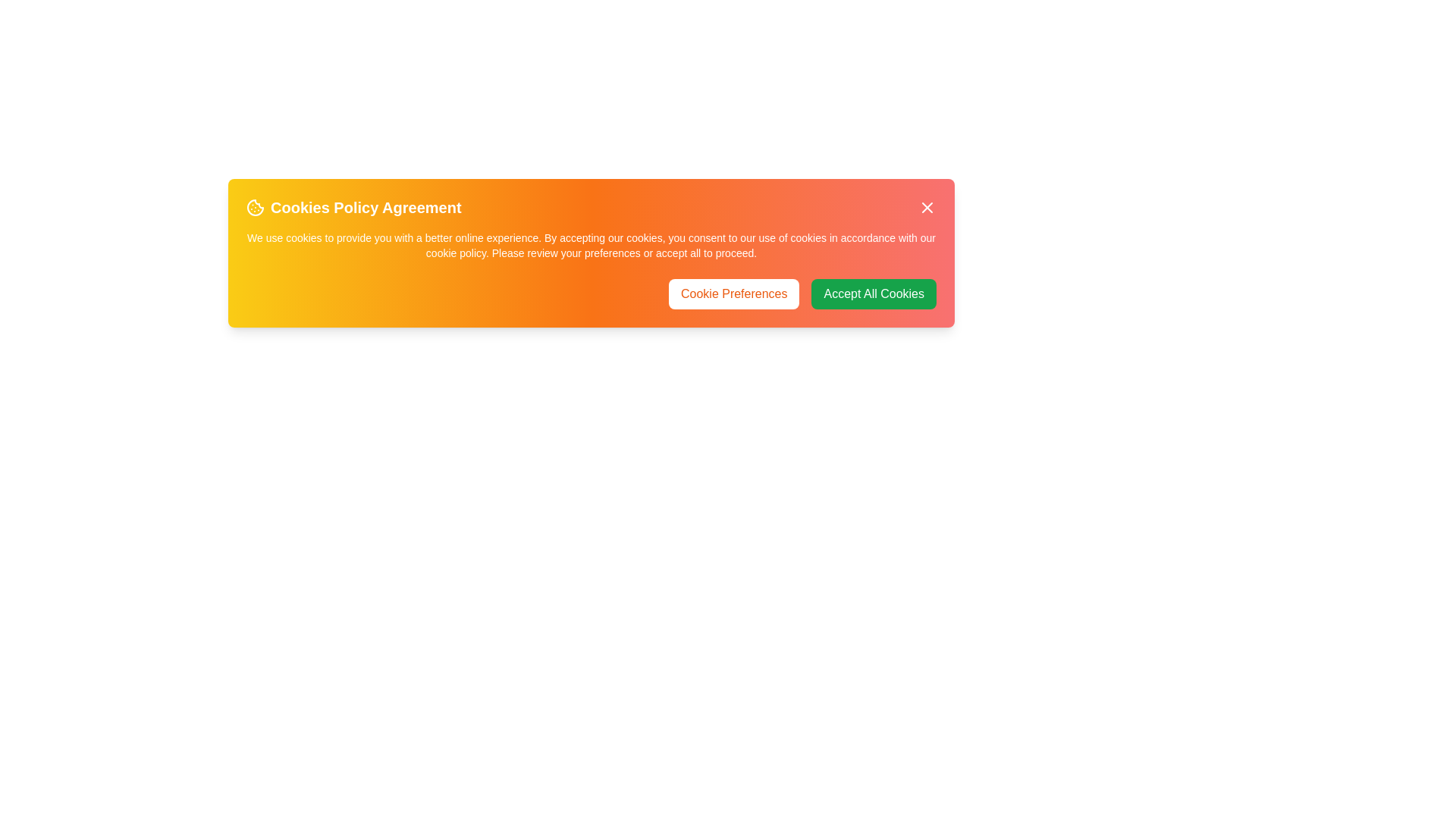 This screenshot has width=1456, height=819. What do you see at coordinates (874, 294) in the screenshot?
I see `the 'Accept All Cookies' button located in the bottom-right corner of the modal window to confirm cookie consent` at bounding box center [874, 294].